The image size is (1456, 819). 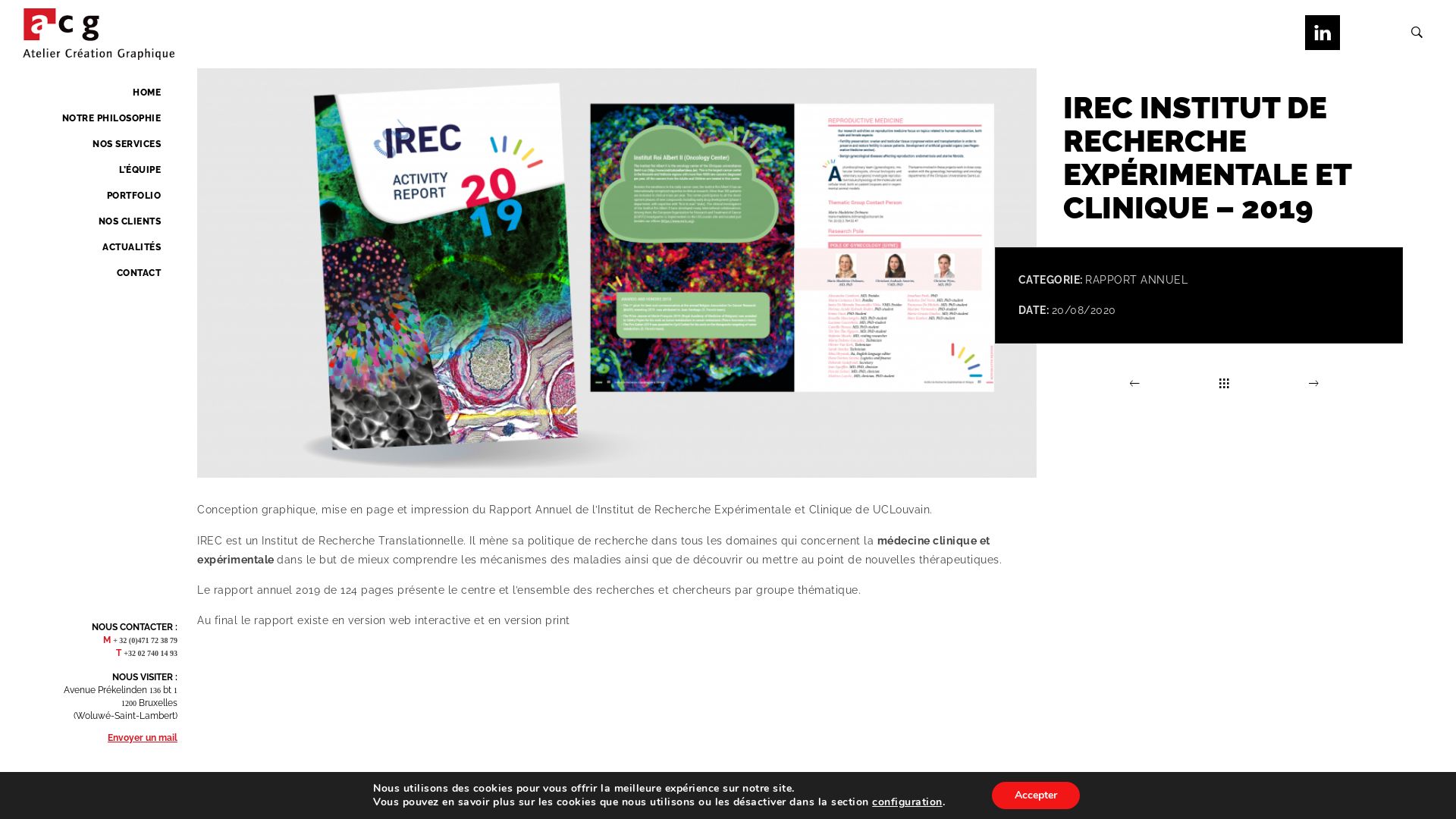 What do you see at coordinates (150, 652) in the screenshot?
I see `'+32 02 740 14 93'` at bounding box center [150, 652].